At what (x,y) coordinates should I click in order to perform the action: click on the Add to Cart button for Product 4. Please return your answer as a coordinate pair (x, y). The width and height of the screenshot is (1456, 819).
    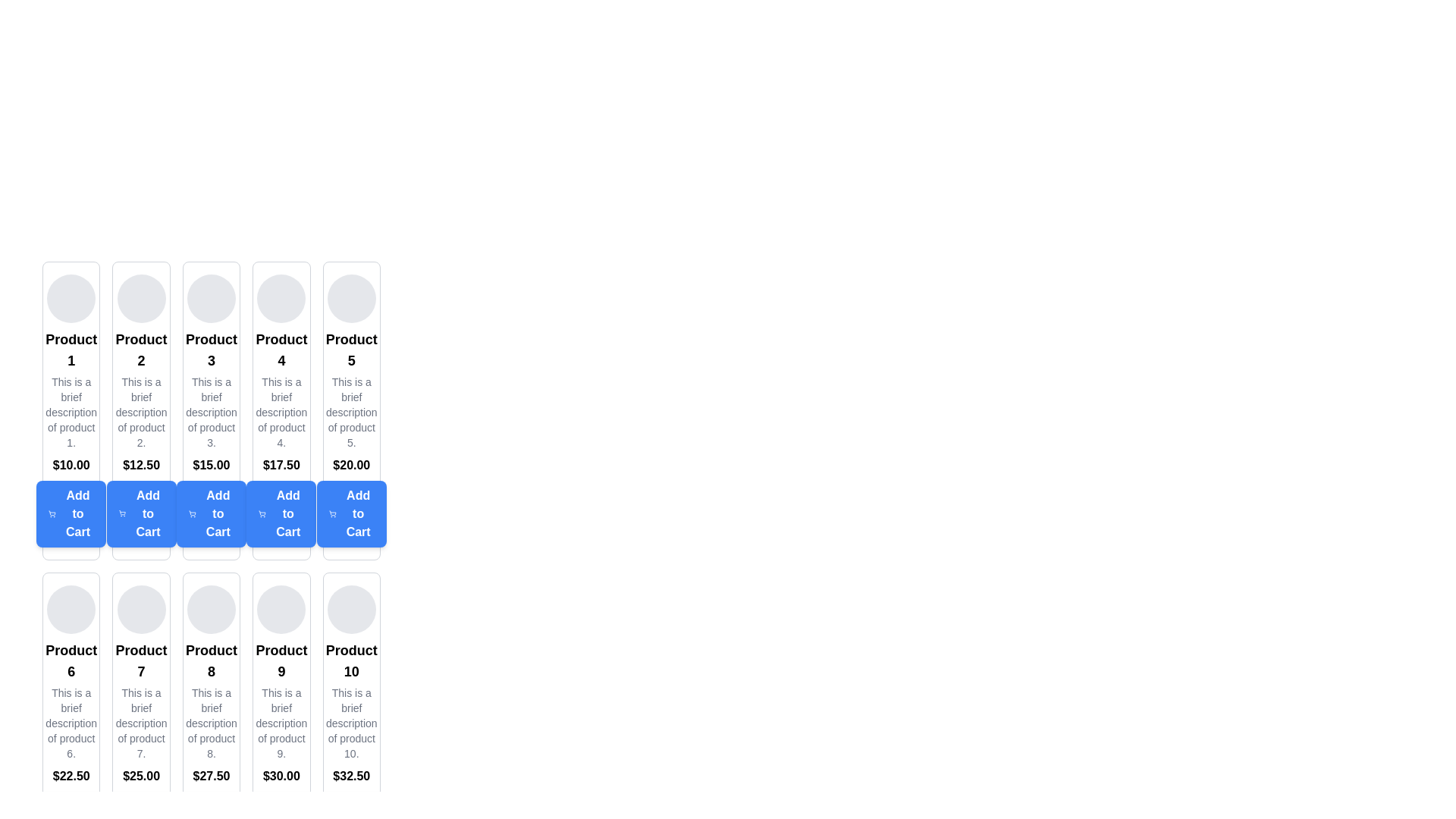
    Looking at the image, I should click on (262, 513).